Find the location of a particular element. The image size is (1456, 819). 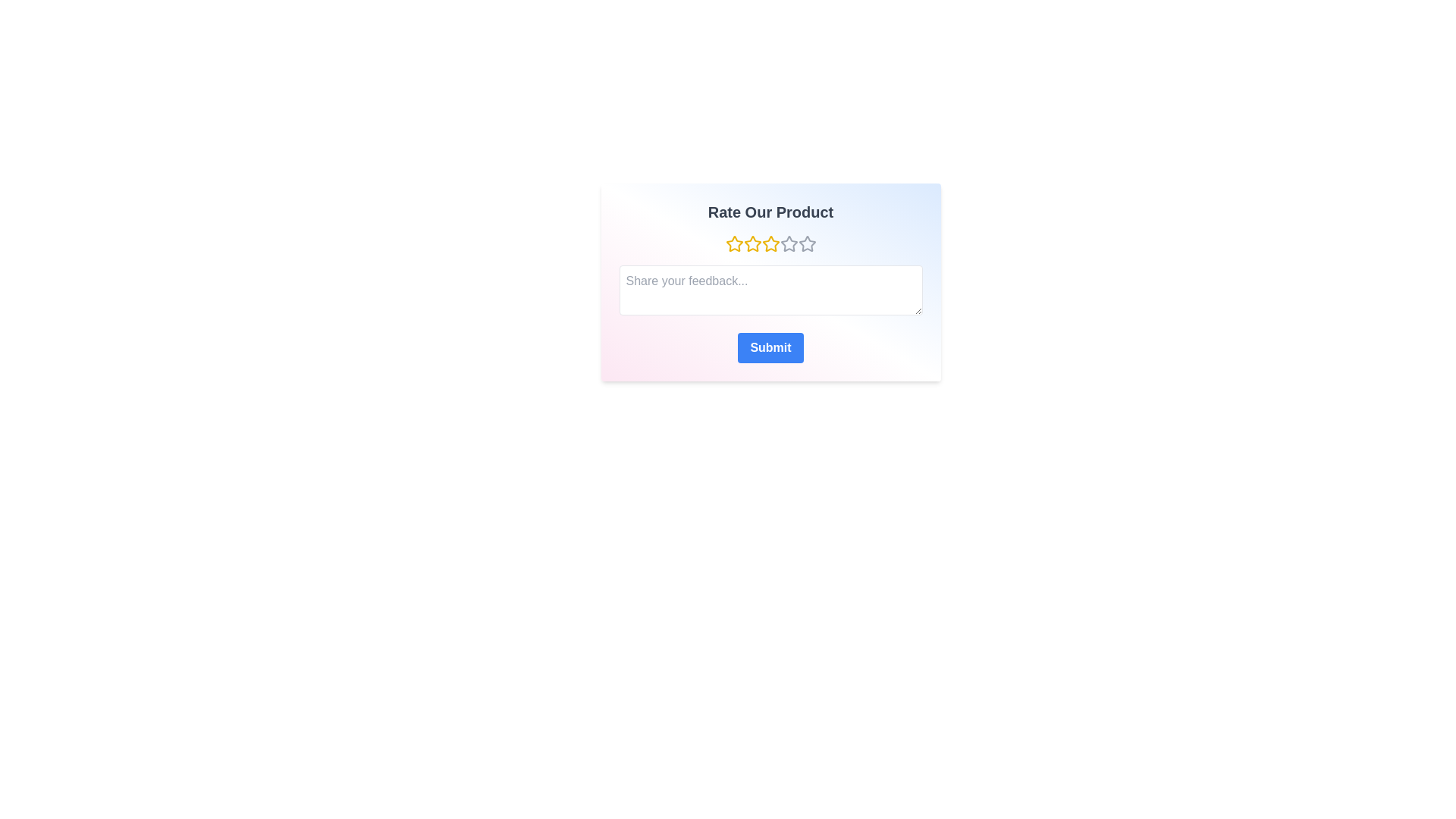

the star corresponding to 3 to preview the rating is located at coordinates (770, 243).